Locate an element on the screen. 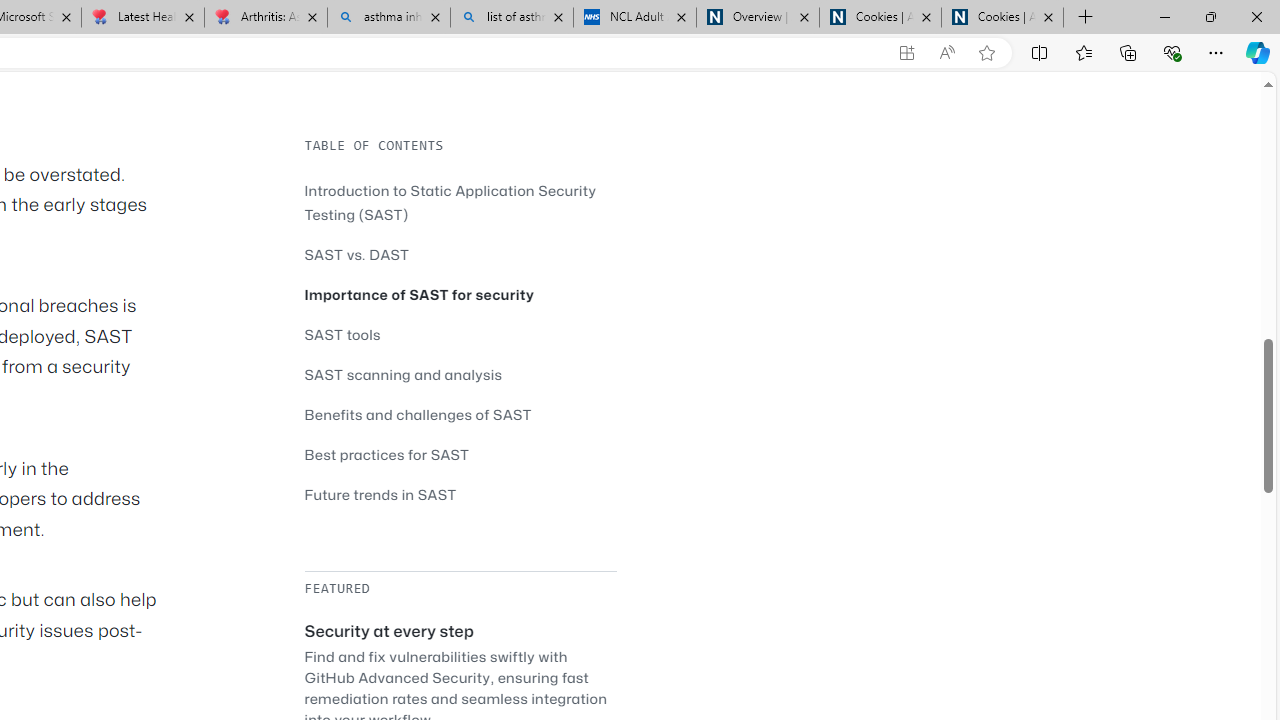 This screenshot has height=720, width=1280. 'Cookies | About | NICE' is located at coordinates (1002, 17).